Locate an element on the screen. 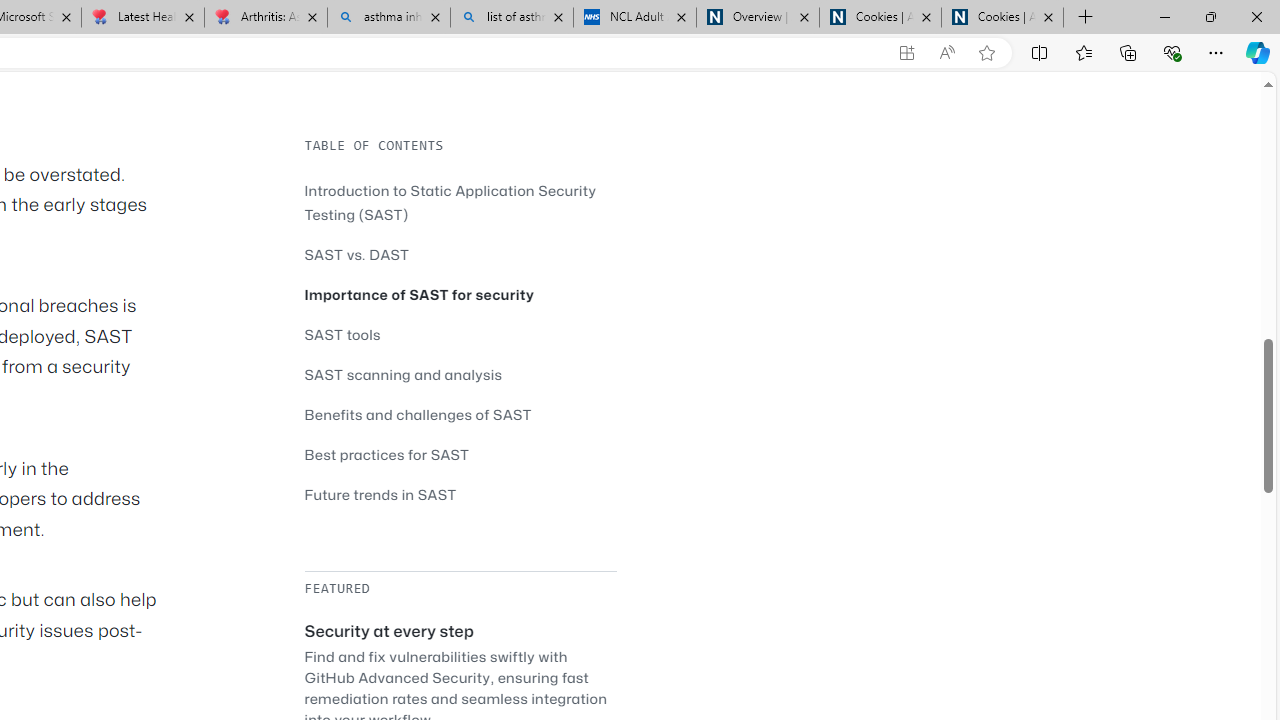 This screenshot has height=720, width=1280. 'Cookies | About | NICE' is located at coordinates (1002, 17).